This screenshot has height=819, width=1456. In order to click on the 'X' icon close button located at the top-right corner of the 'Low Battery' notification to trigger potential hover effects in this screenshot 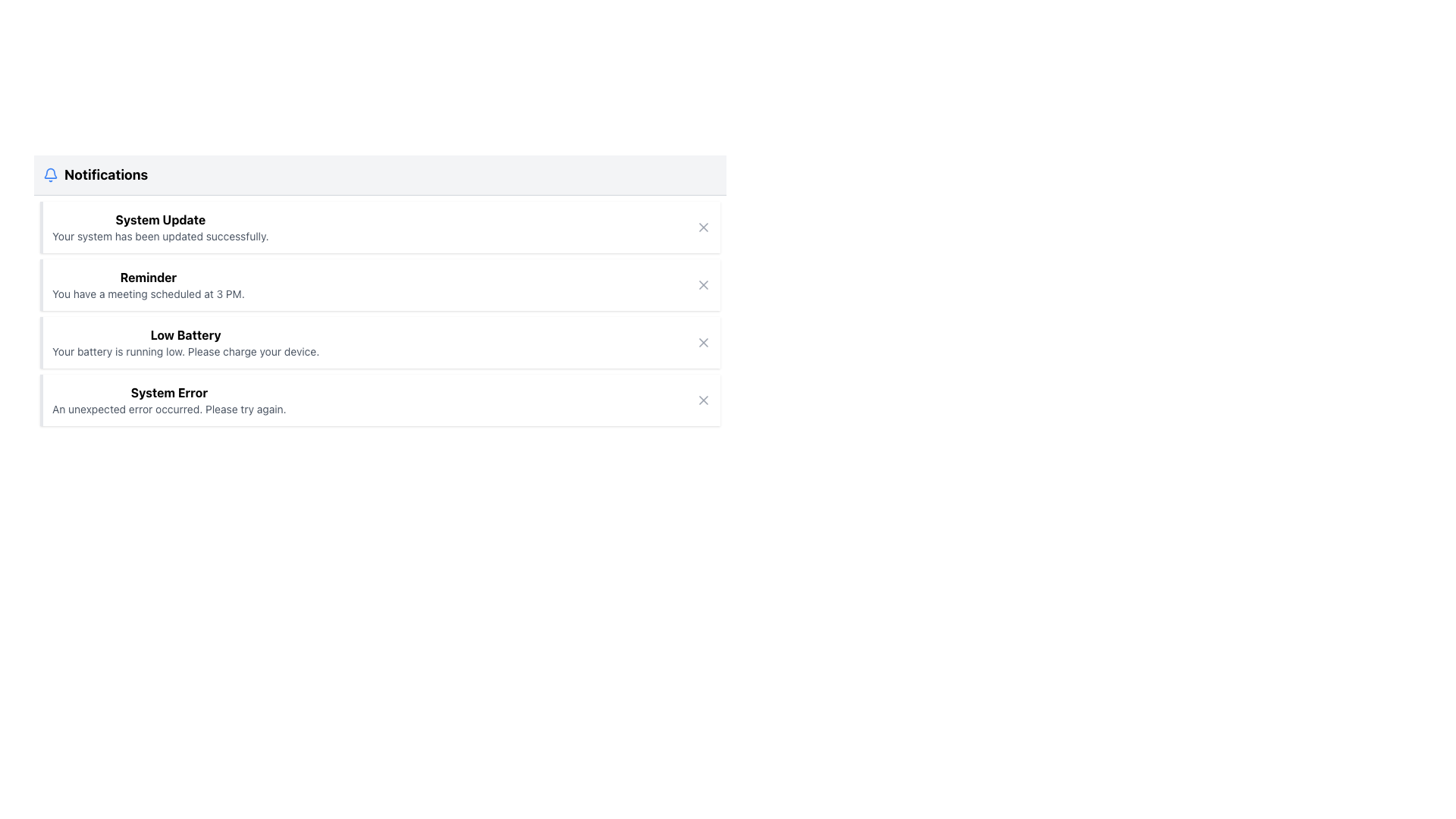, I will do `click(702, 342)`.